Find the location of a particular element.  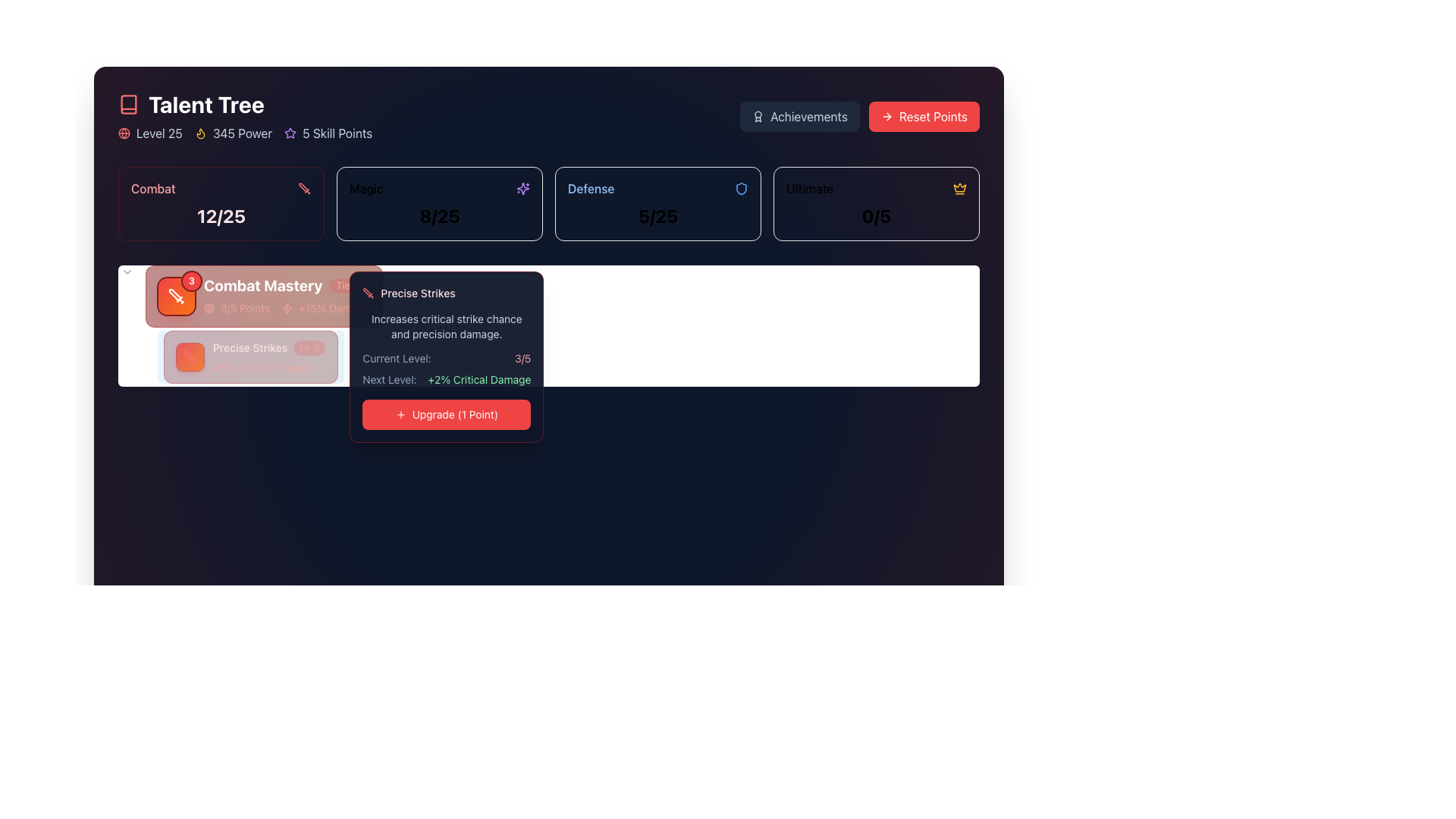

the 'Magic' button, which is the second element in a horizontal navigation bar is located at coordinates (340, 201).